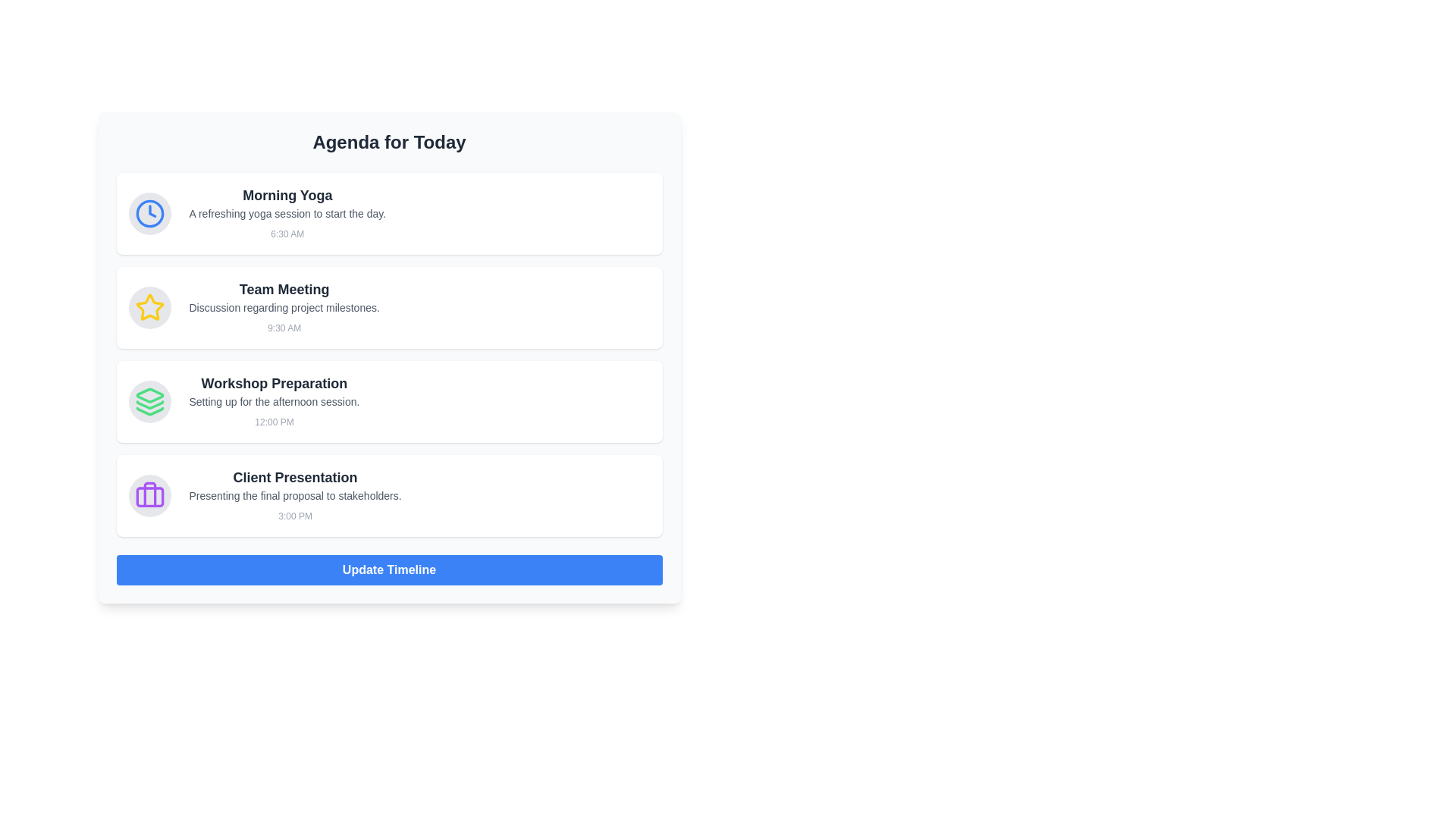 This screenshot has height=819, width=1456. Describe the element at coordinates (149, 307) in the screenshot. I see `the visual identifier icon for the 'Team Meeting' agenda item, which is centrally aligned with its text description` at that location.